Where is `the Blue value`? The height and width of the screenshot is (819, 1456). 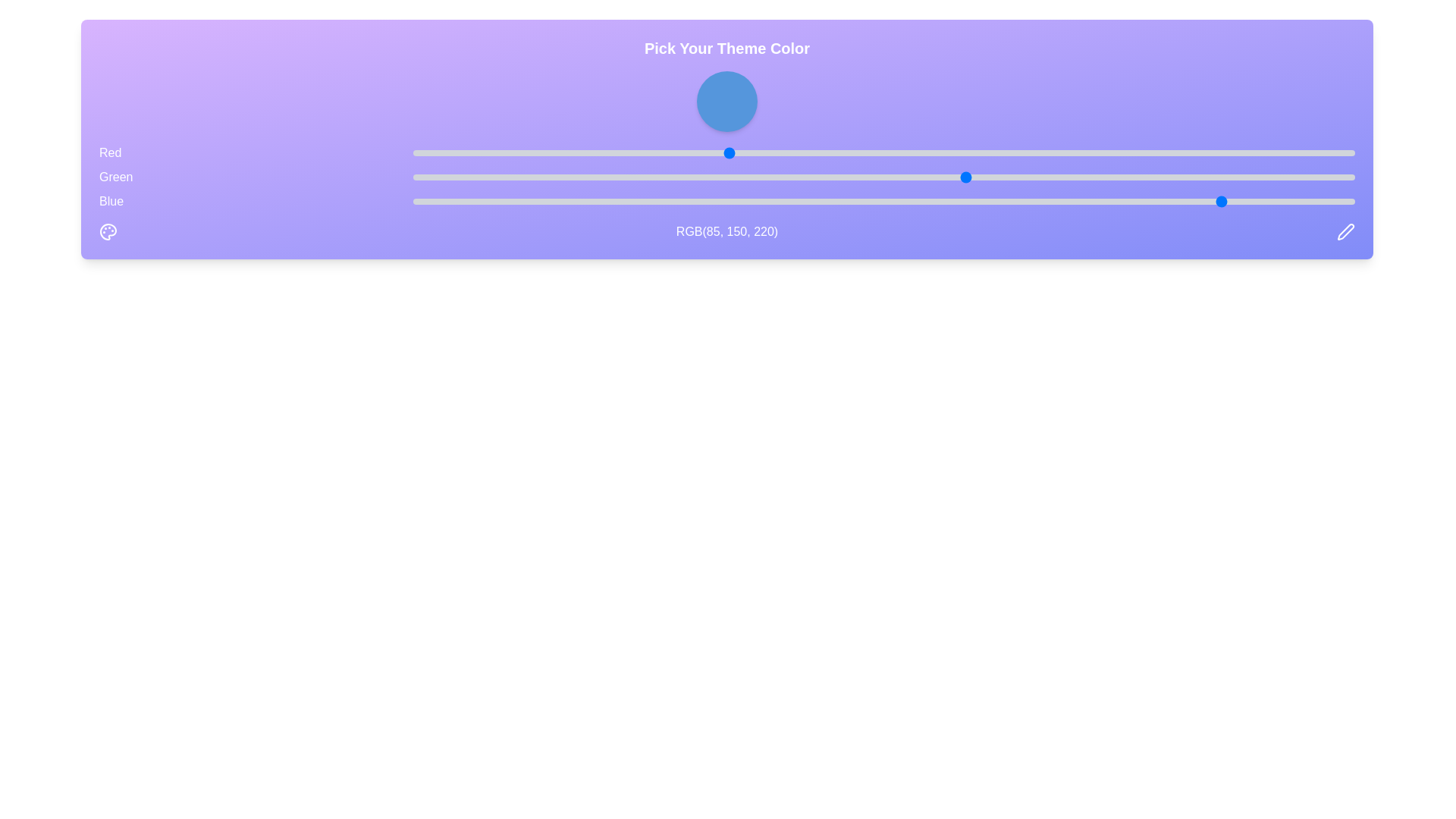 the Blue value is located at coordinates (649, 201).